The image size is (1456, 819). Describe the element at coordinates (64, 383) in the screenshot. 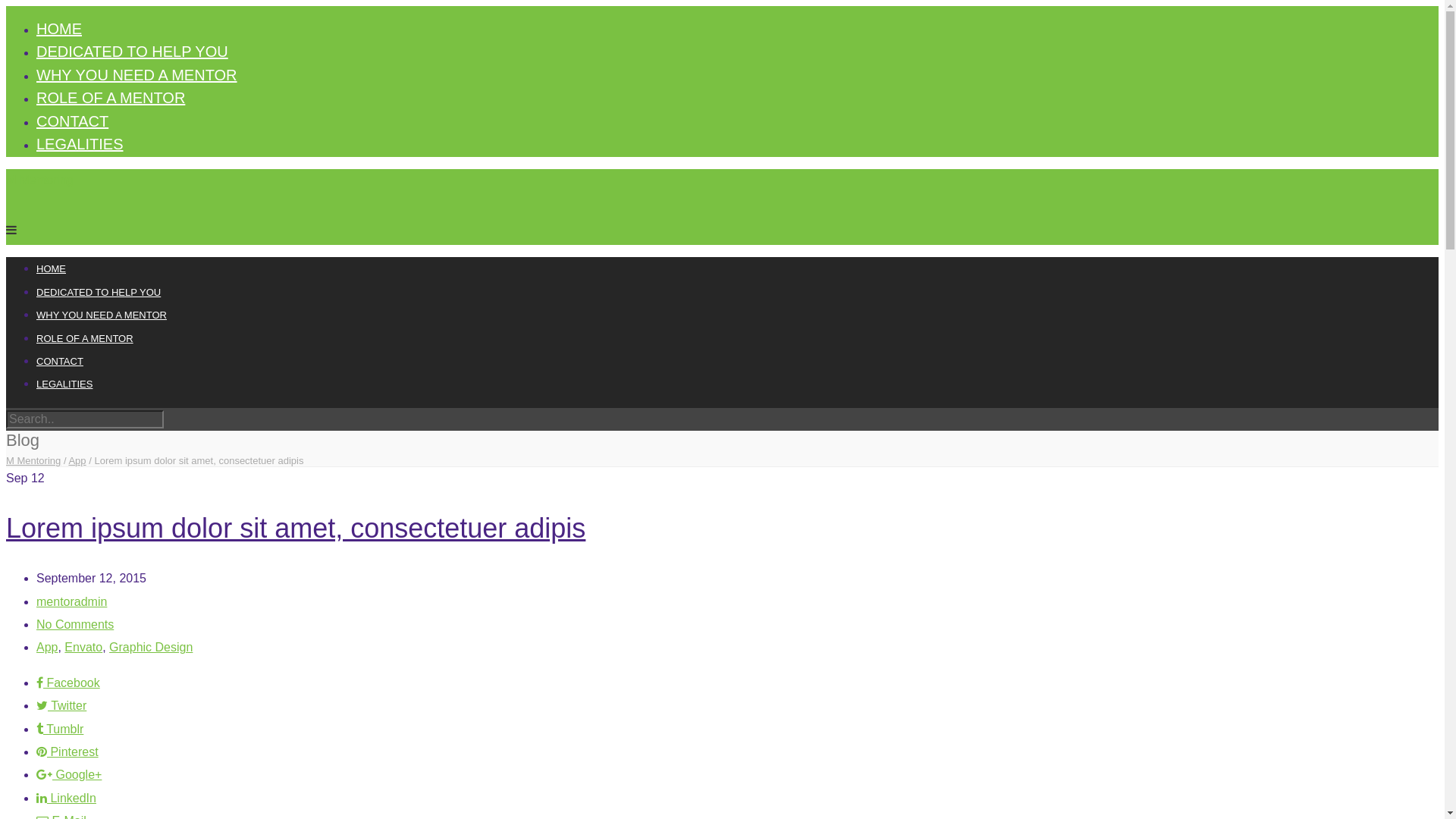

I see `'LEGALITIES'` at that location.